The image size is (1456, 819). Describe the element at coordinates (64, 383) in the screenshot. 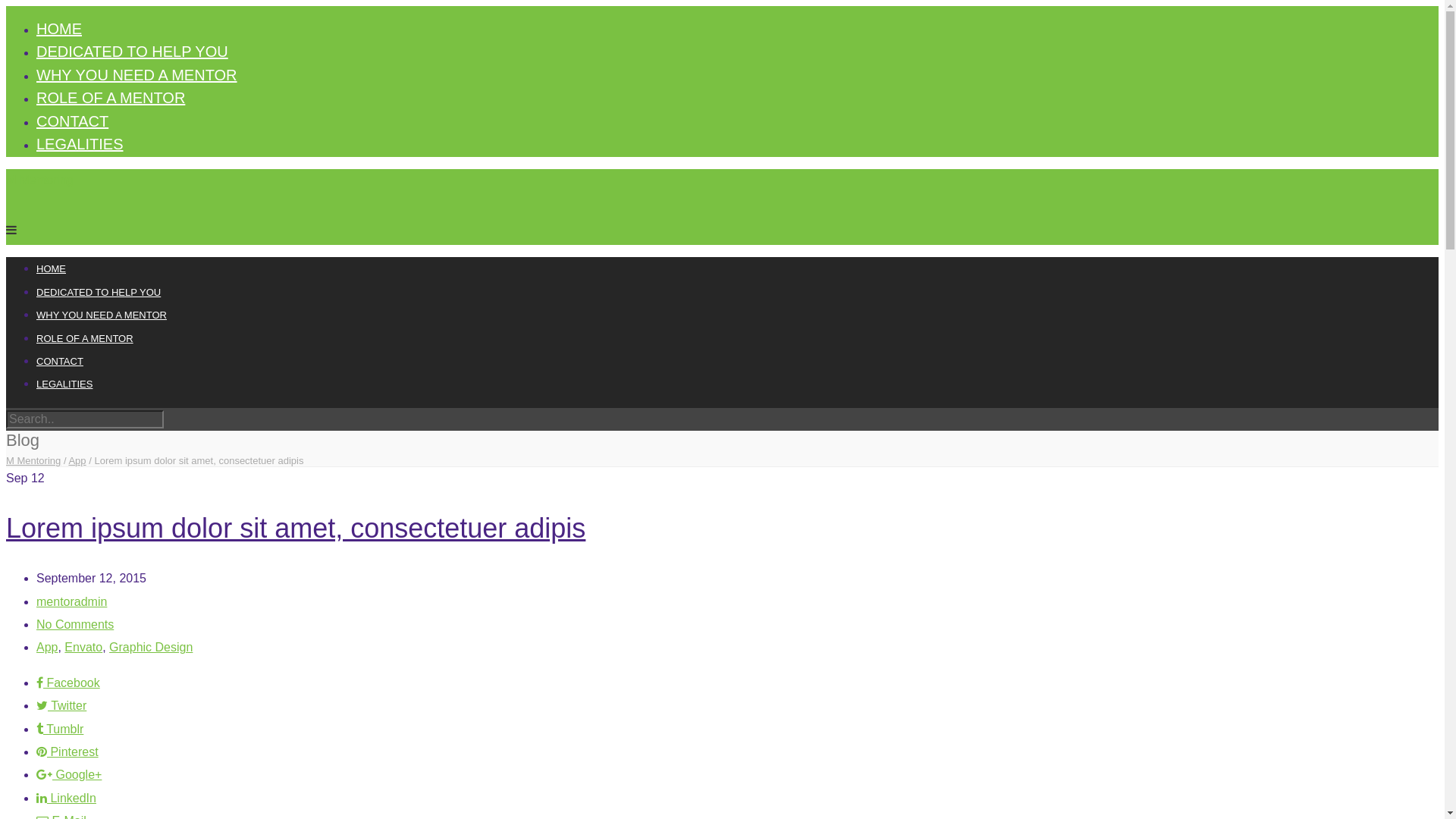

I see `'LEGALITIES'` at that location.